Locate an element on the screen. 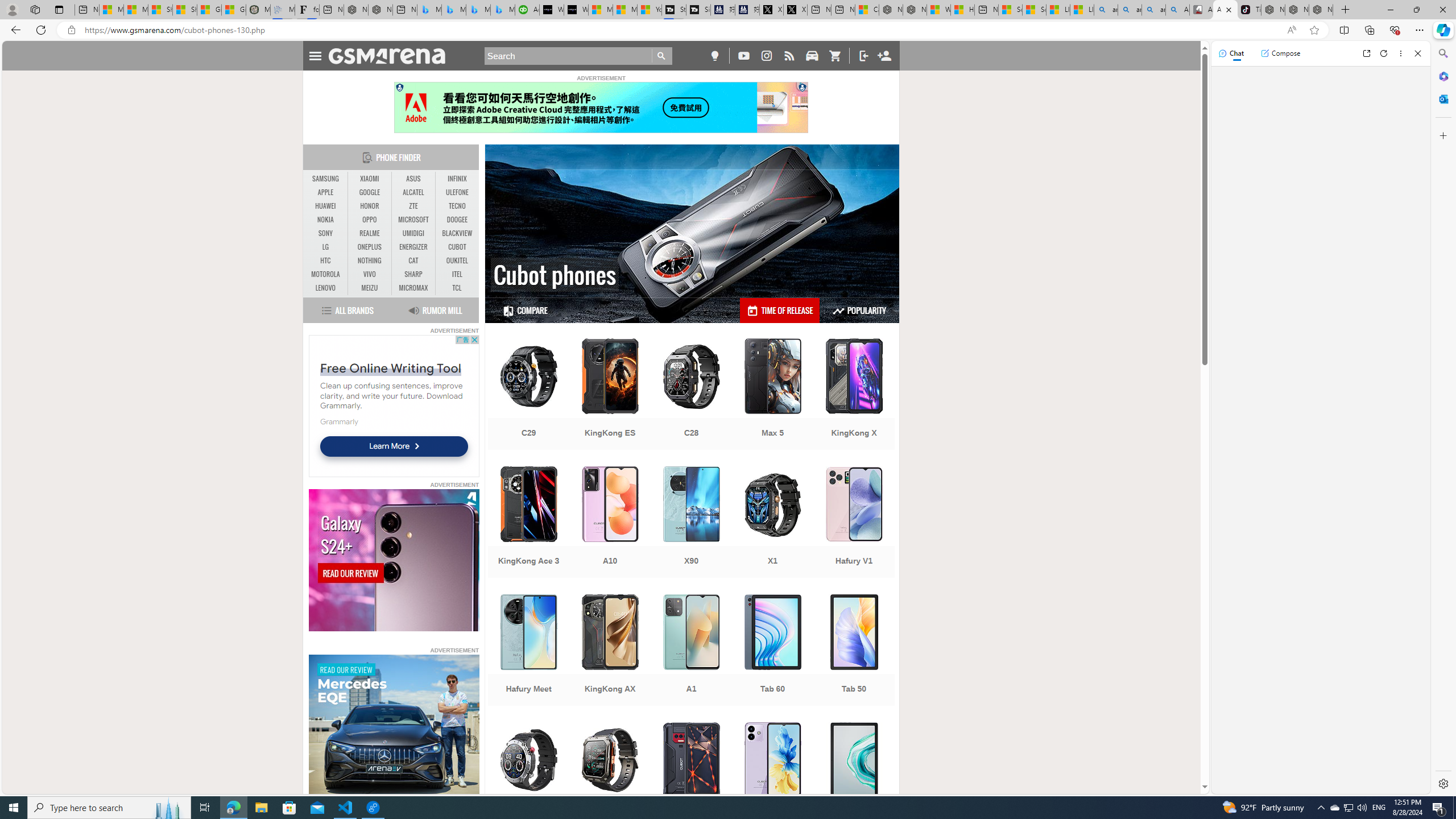 This screenshot has height=819, width=1456. 'amazon - Search Images' is located at coordinates (1153, 9).